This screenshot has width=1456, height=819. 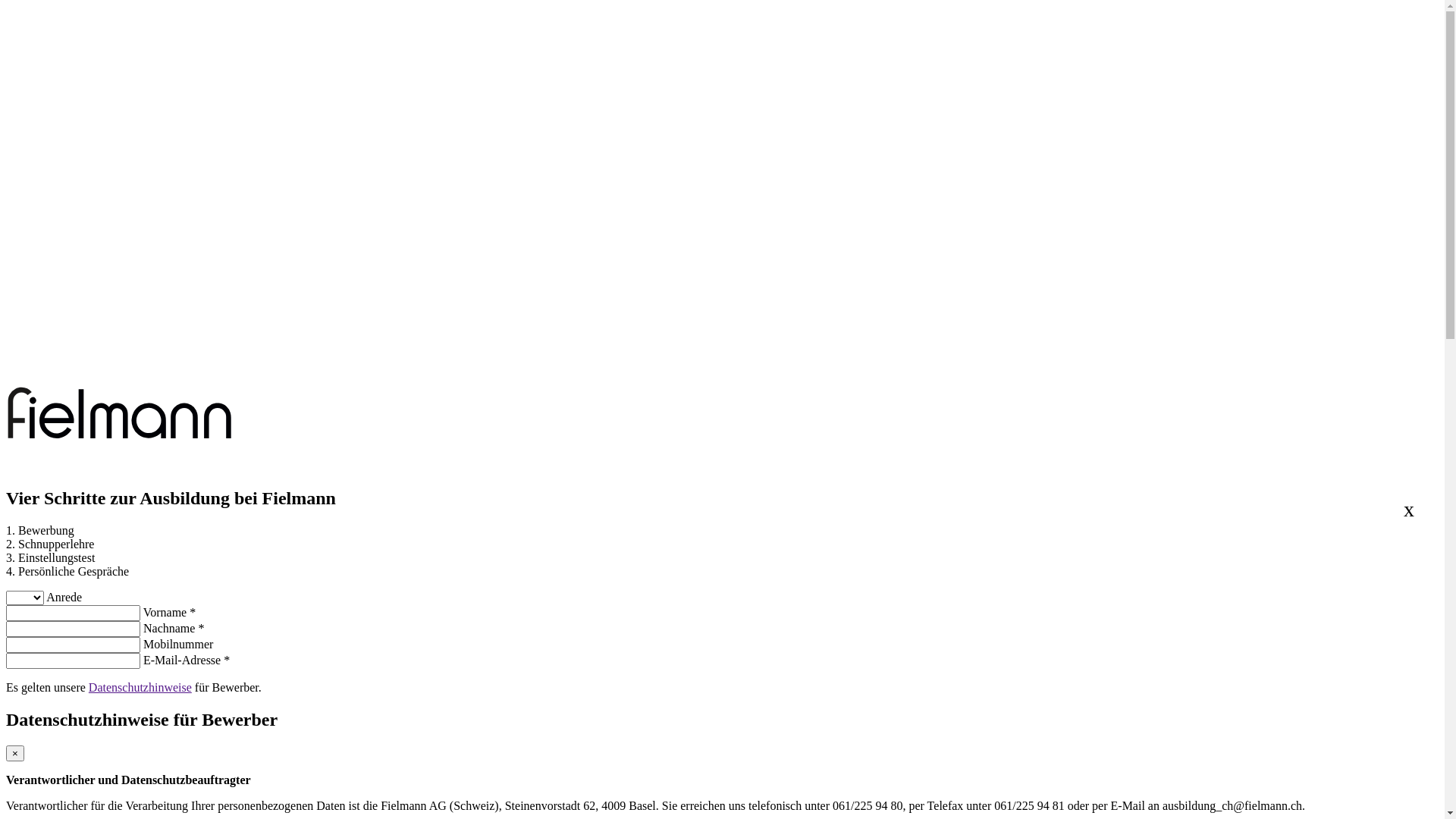 What do you see at coordinates (140, 687) in the screenshot?
I see `'Datenschutzhinweise'` at bounding box center [140, 687].